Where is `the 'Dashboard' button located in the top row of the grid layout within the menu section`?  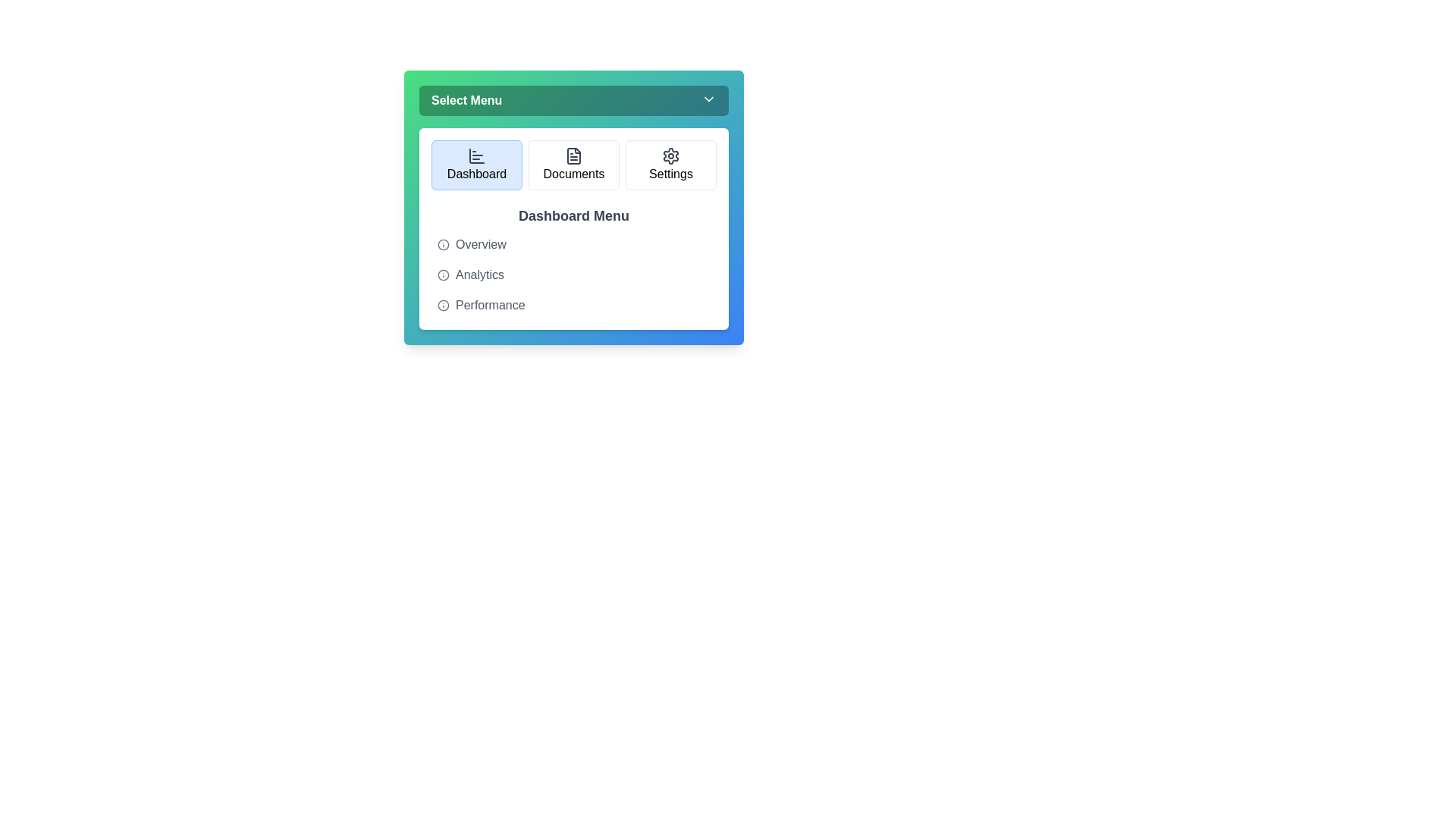 the 'Dashboard' button located in the top row of the grid layout within the menu section is located at coordinates (475, 165).